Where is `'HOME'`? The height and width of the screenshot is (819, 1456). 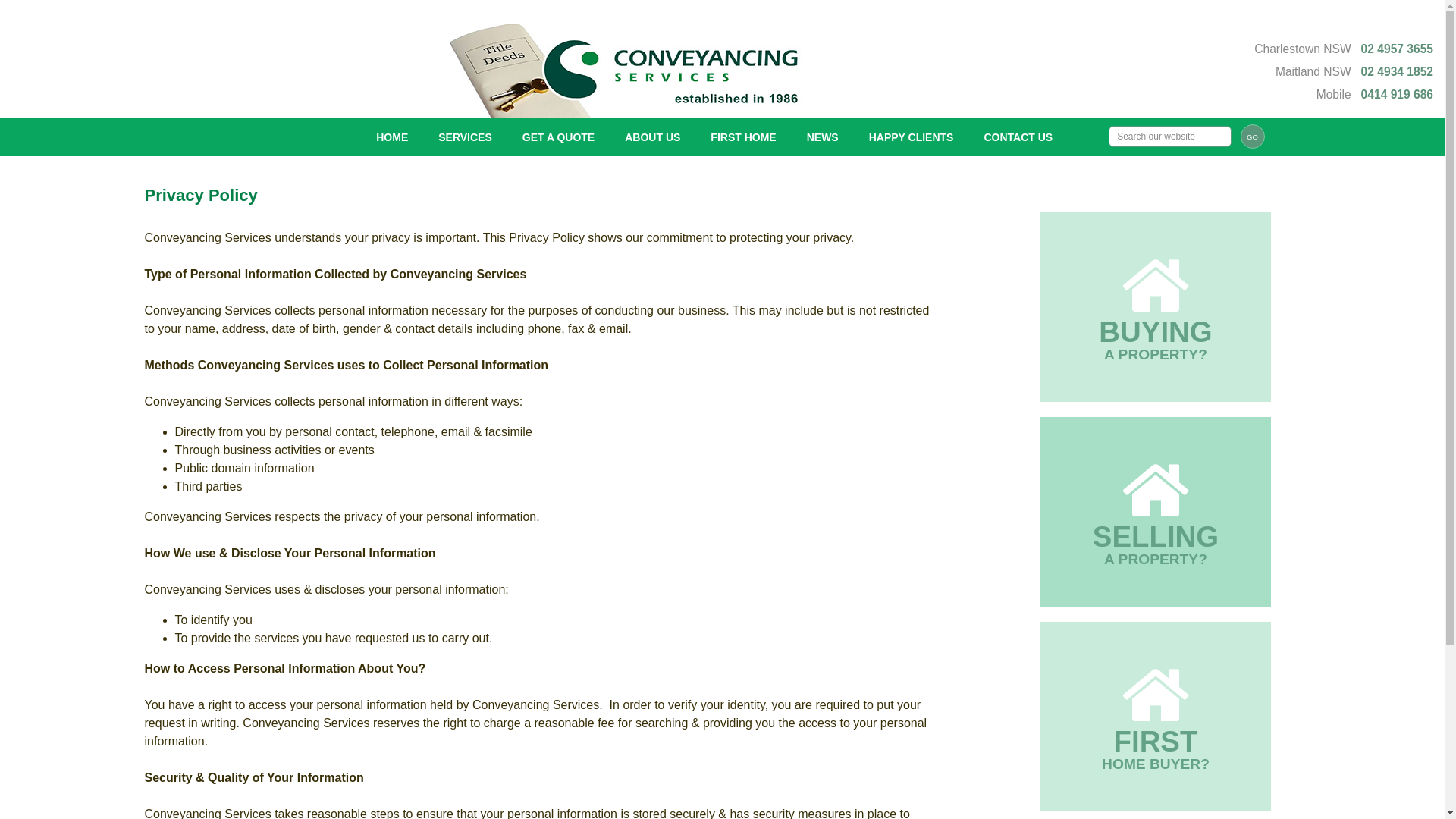
'HOME' is located at coordinates (359, 137).